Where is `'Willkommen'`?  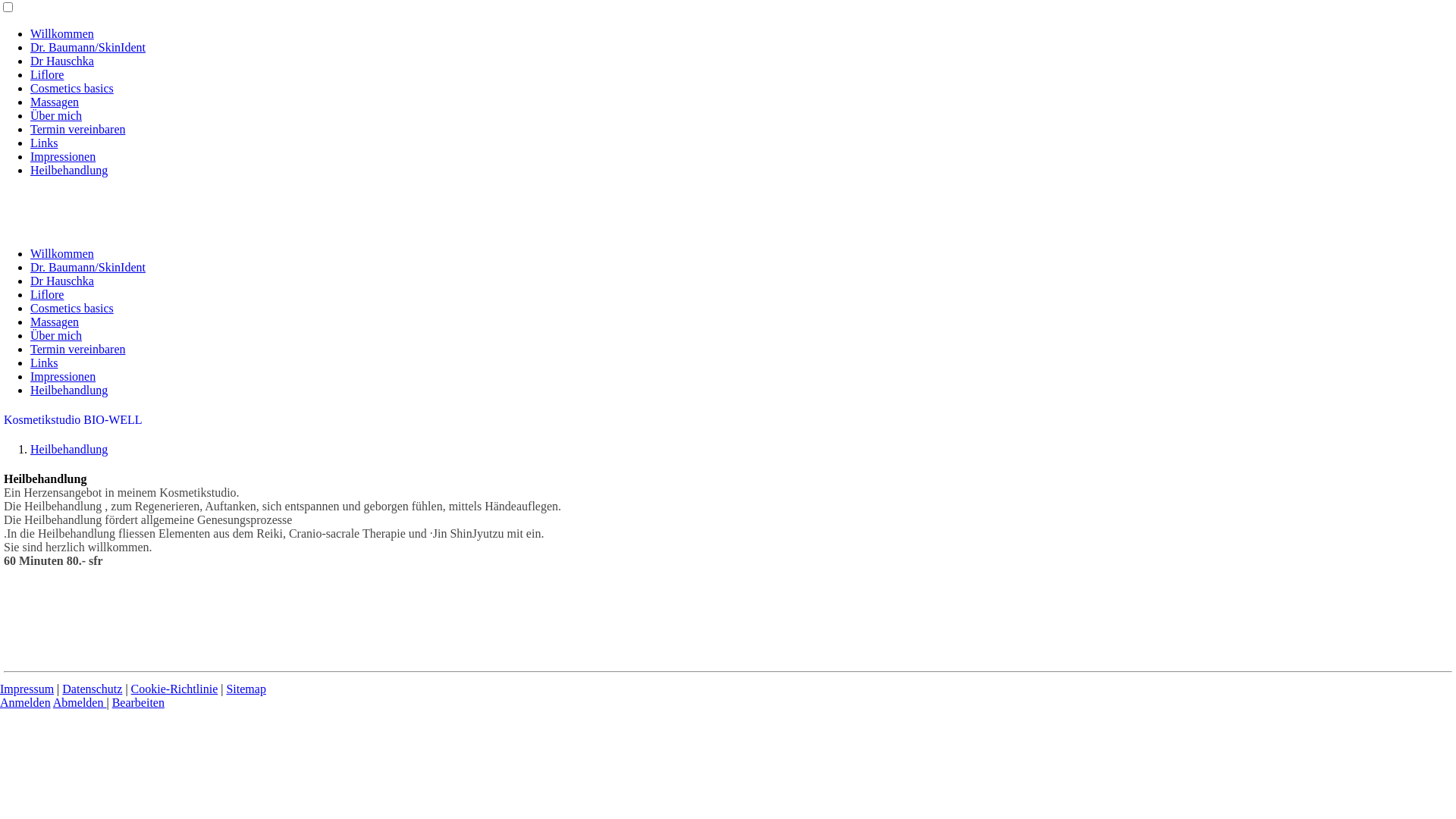 'Willkommen' is located at coordinates (61, 33).